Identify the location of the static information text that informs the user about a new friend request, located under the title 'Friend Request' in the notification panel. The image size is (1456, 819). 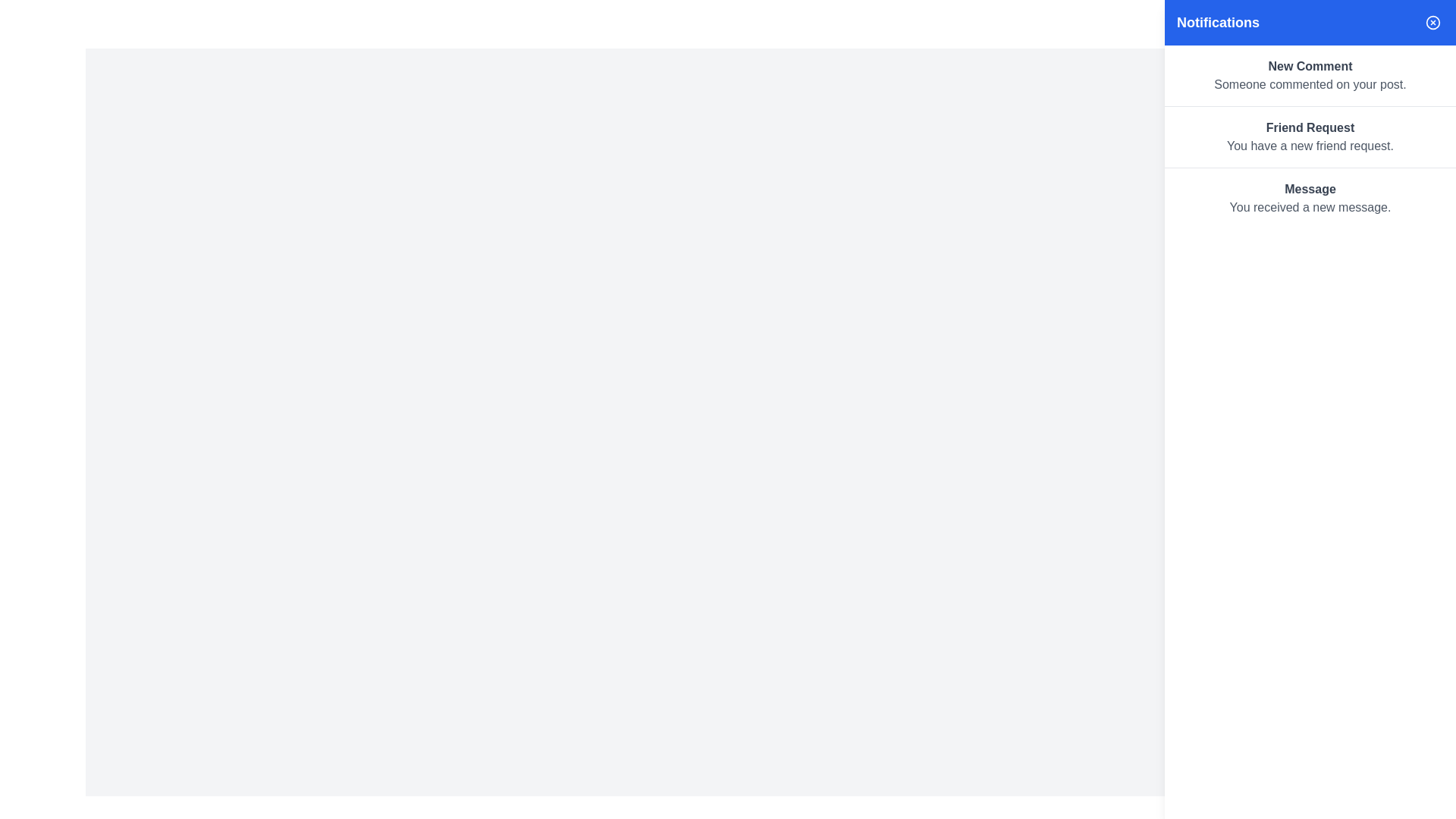
(1310, 146).